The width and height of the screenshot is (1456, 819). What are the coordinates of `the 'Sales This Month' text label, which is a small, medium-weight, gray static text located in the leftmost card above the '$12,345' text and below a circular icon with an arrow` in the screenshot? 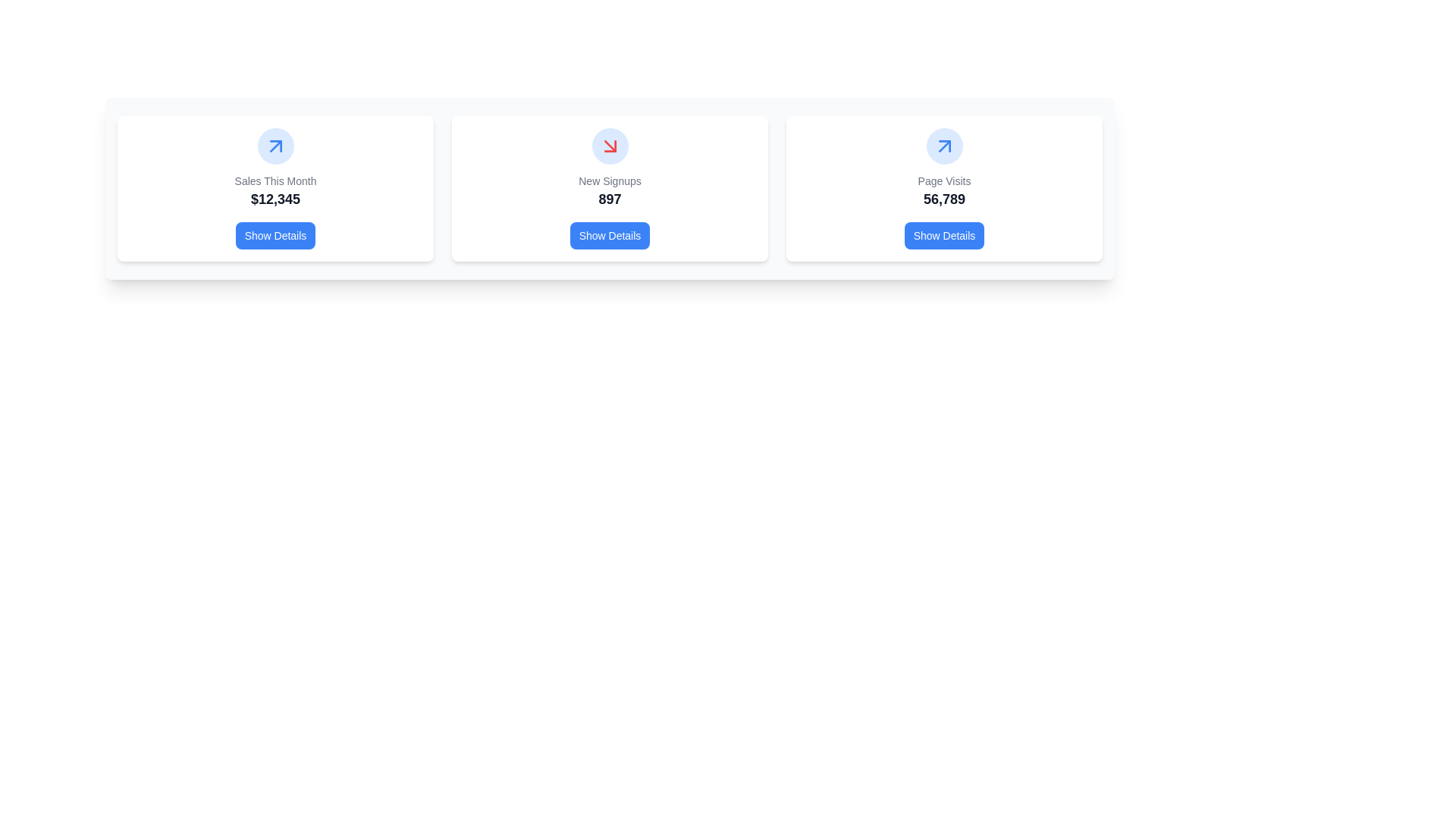 It's located at (275, 180).